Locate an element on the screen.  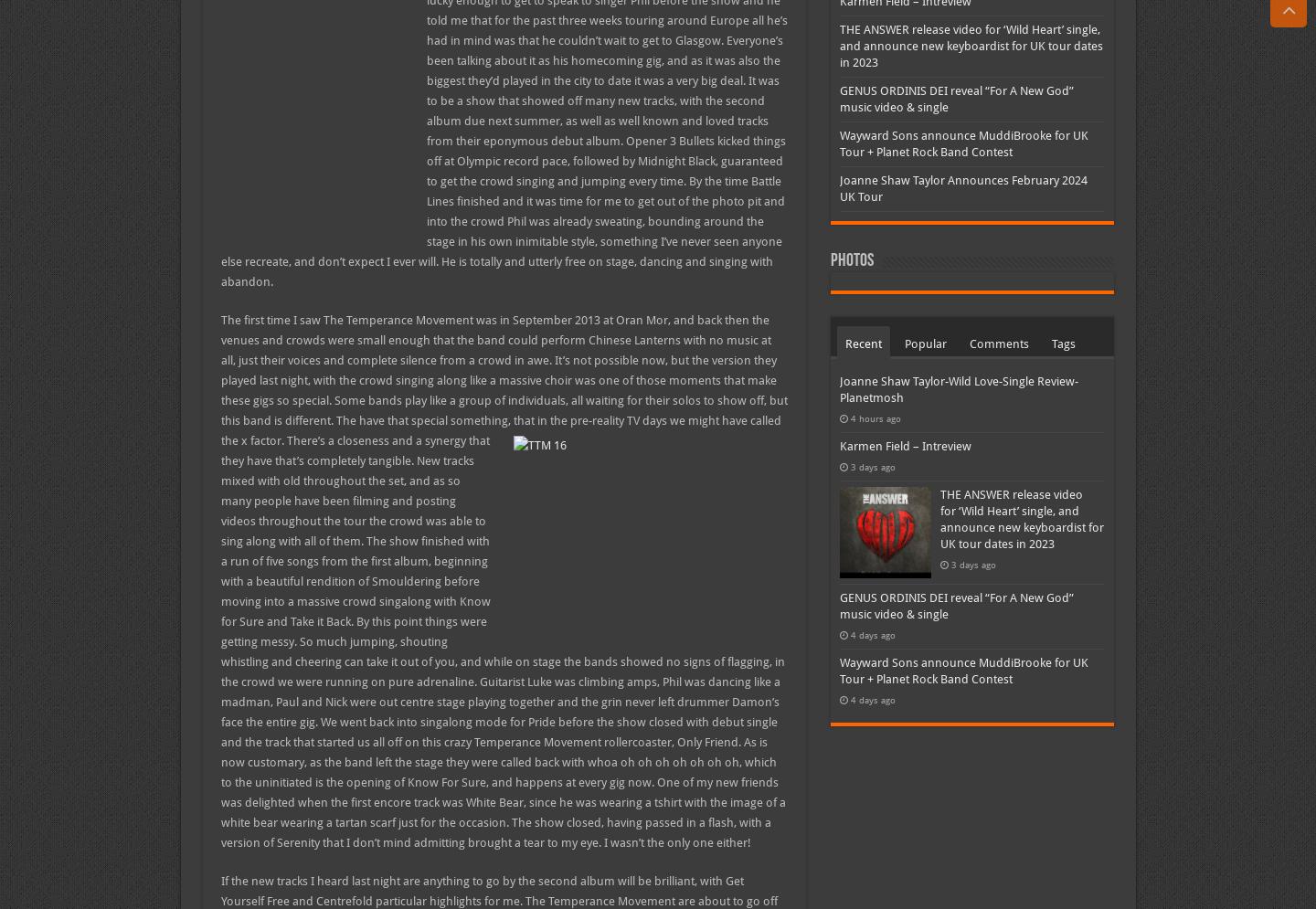
'Karmen Field – Intreview' is located at coordinates (904, 445).